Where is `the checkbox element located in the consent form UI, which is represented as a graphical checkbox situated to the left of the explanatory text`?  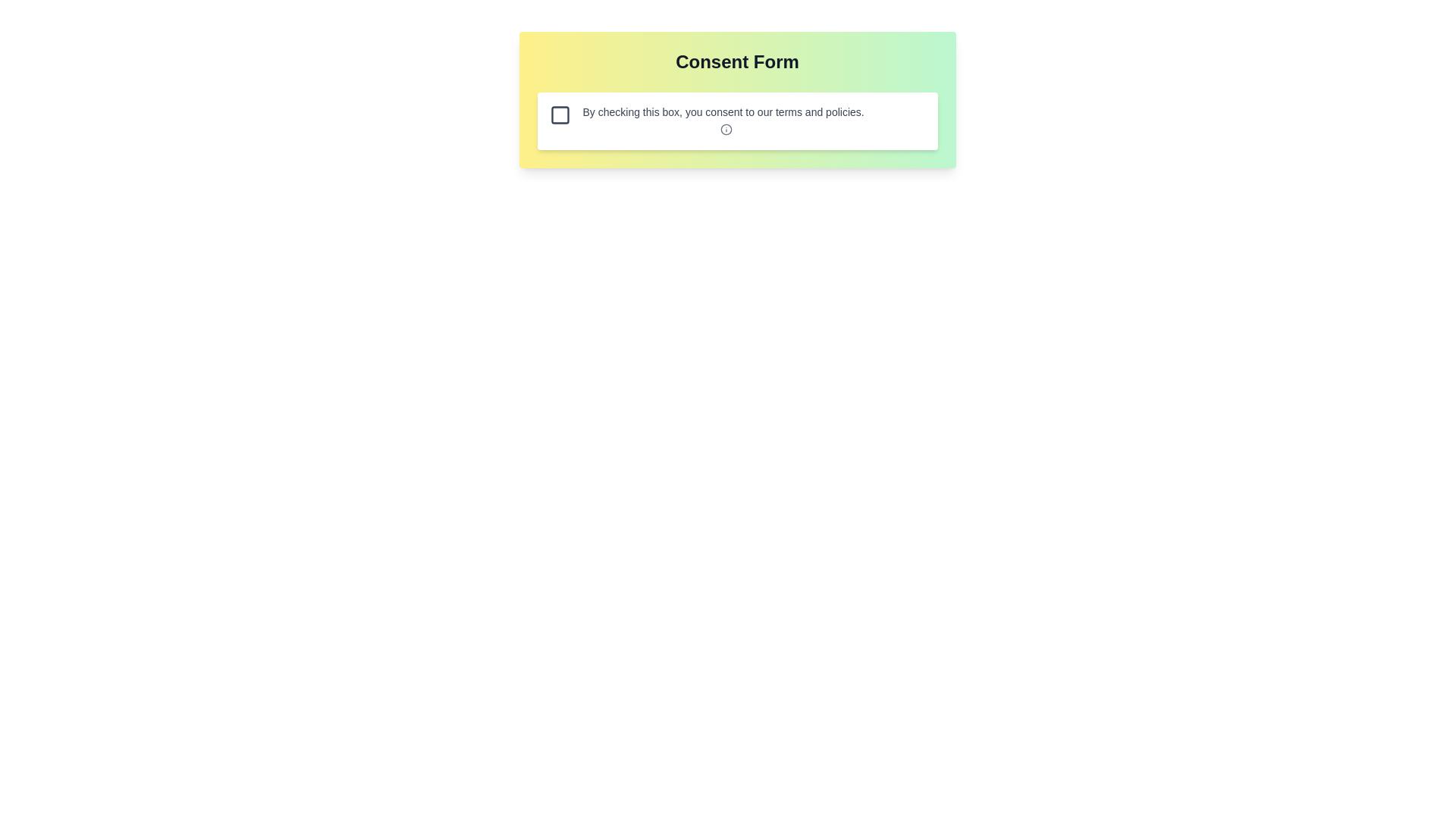
the checkbox element located in the consent form UI, which is represented as a graphical checkbox situated to the left of the explanatory text is located at coordinates (559, 114).